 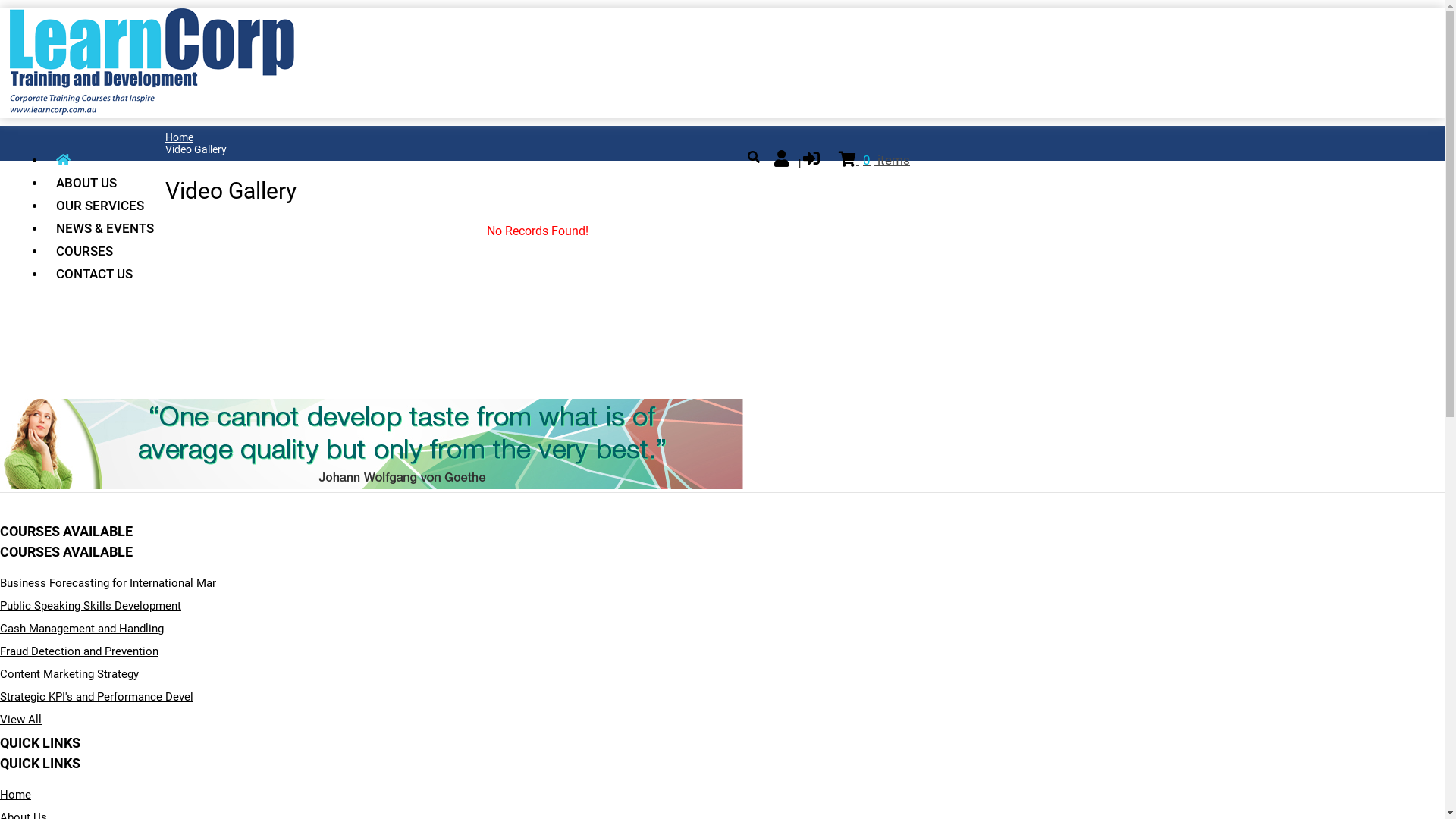 What do you see at coordinates (105, 274) in the screenshot?
I see `'CONTACT US'` at bounding box center [105, 274].